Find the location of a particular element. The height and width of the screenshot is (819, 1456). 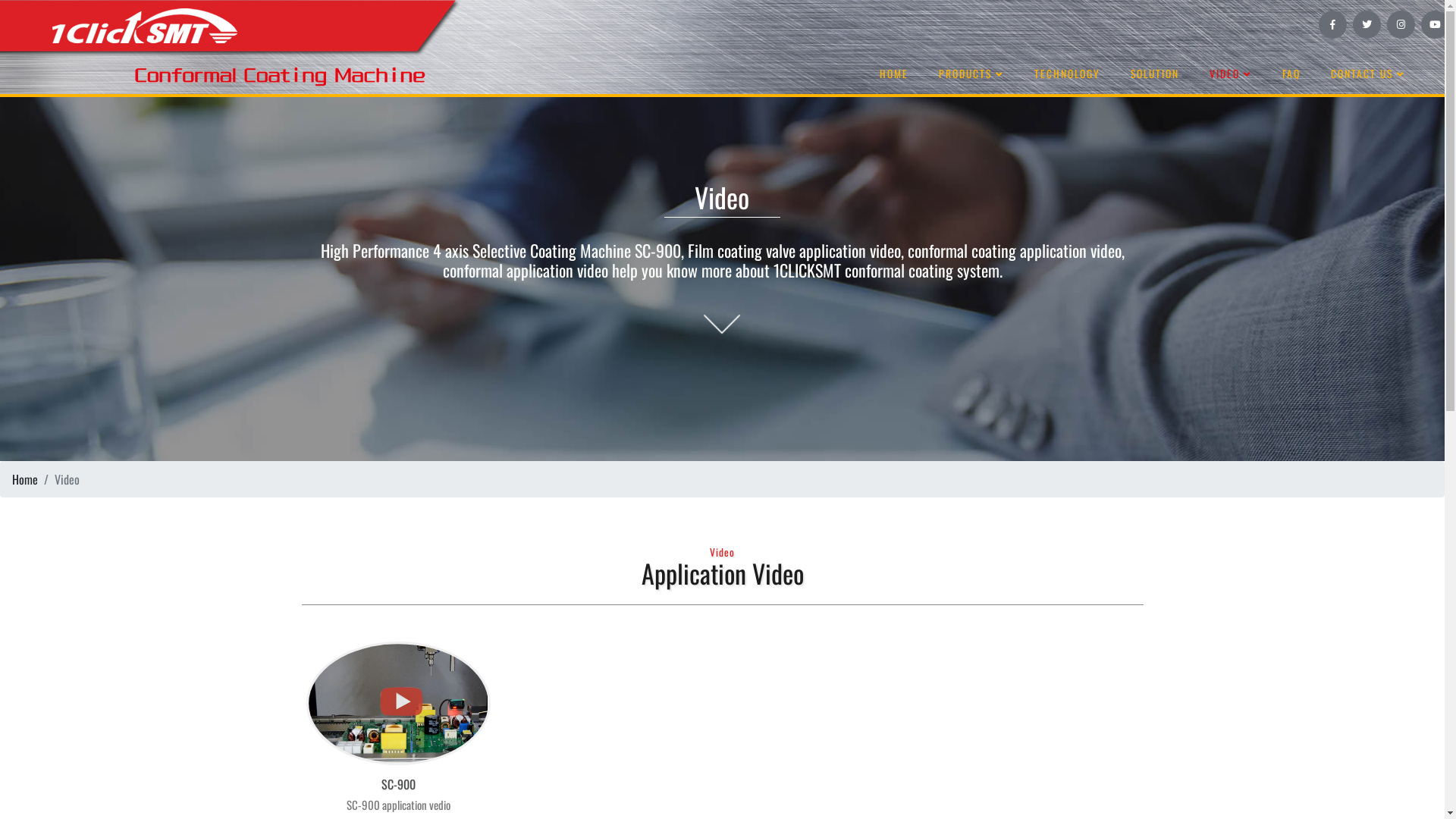

'SOLUTION' is located at coordinates (1153, 74).